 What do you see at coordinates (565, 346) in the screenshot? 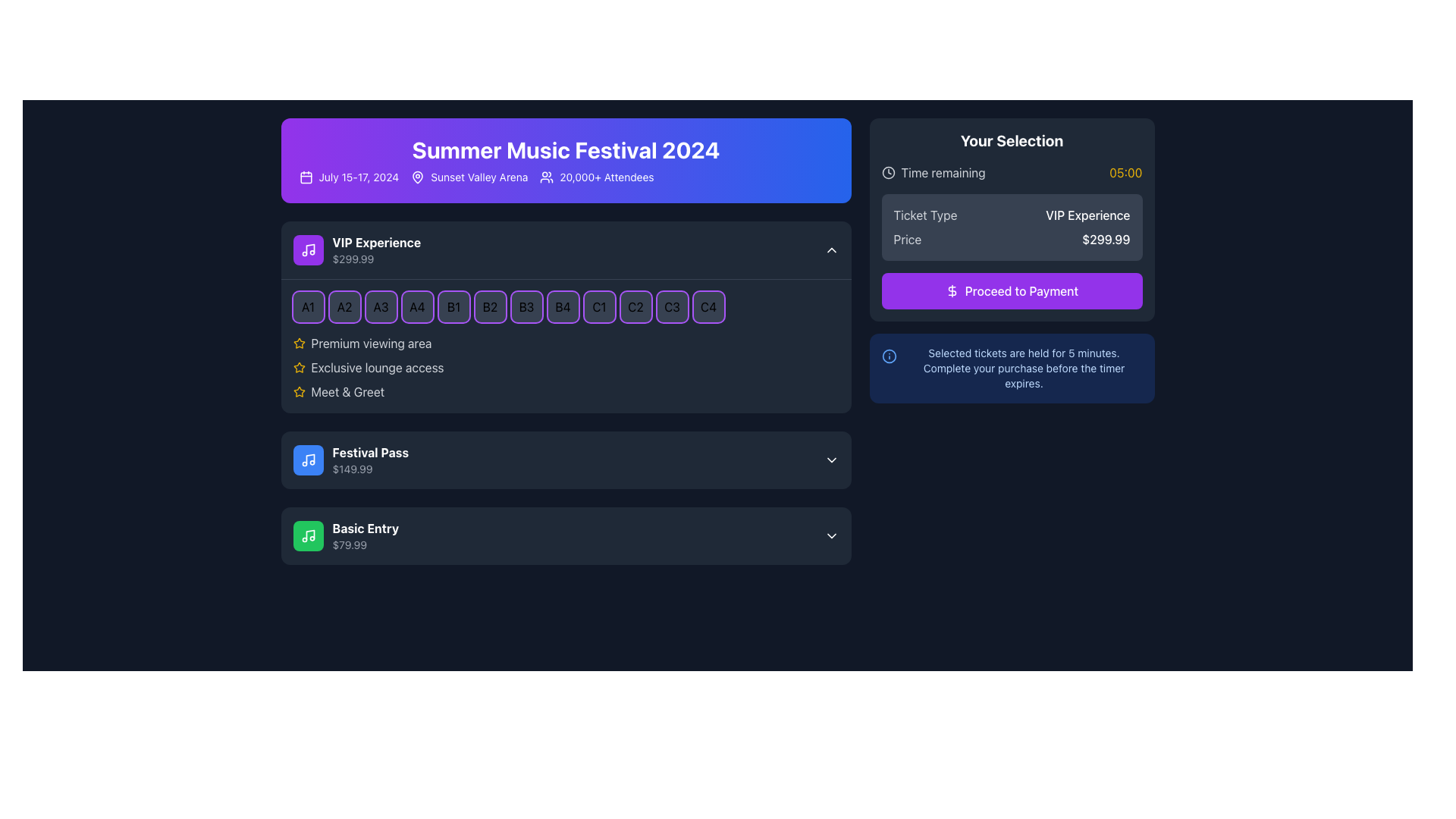
I see `the individual buttons within the 'VIP Experience' collapsible card` at bounding box center [565, 346].